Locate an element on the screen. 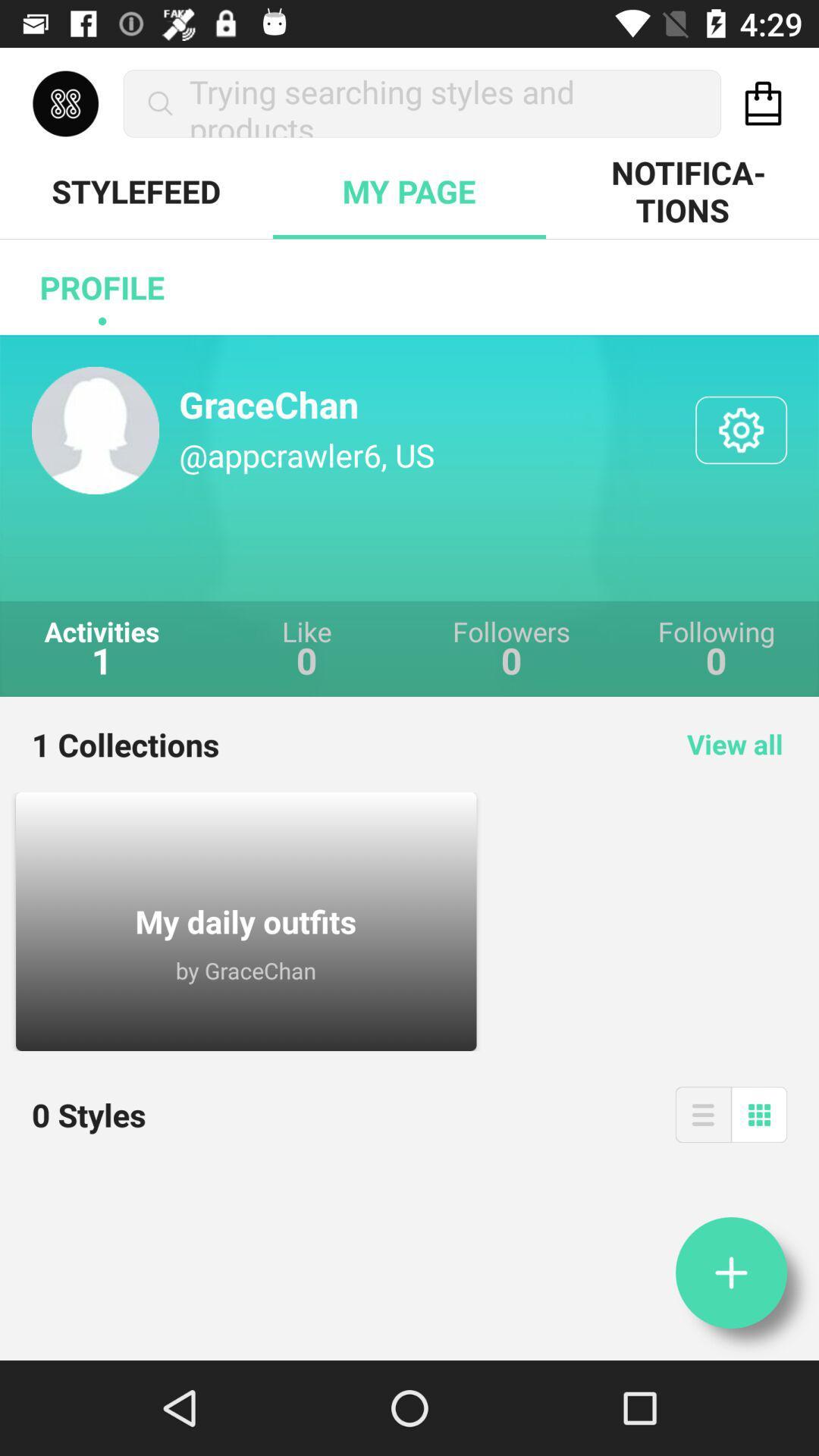 The height and width of the screenshot is (1456, 819). settings is located at coordinates (740, 429).